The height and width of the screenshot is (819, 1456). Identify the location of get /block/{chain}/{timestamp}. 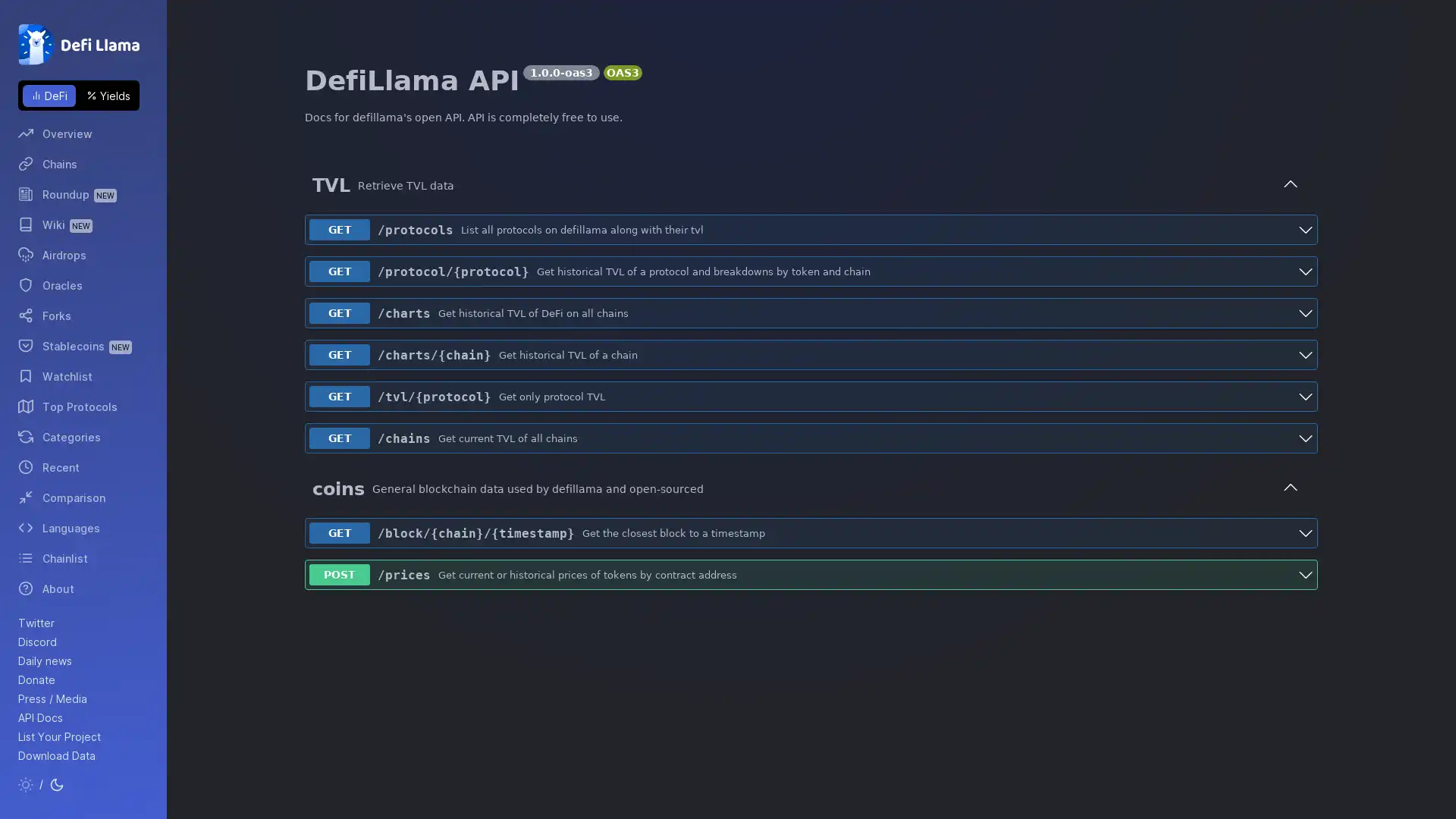
(811, 532).